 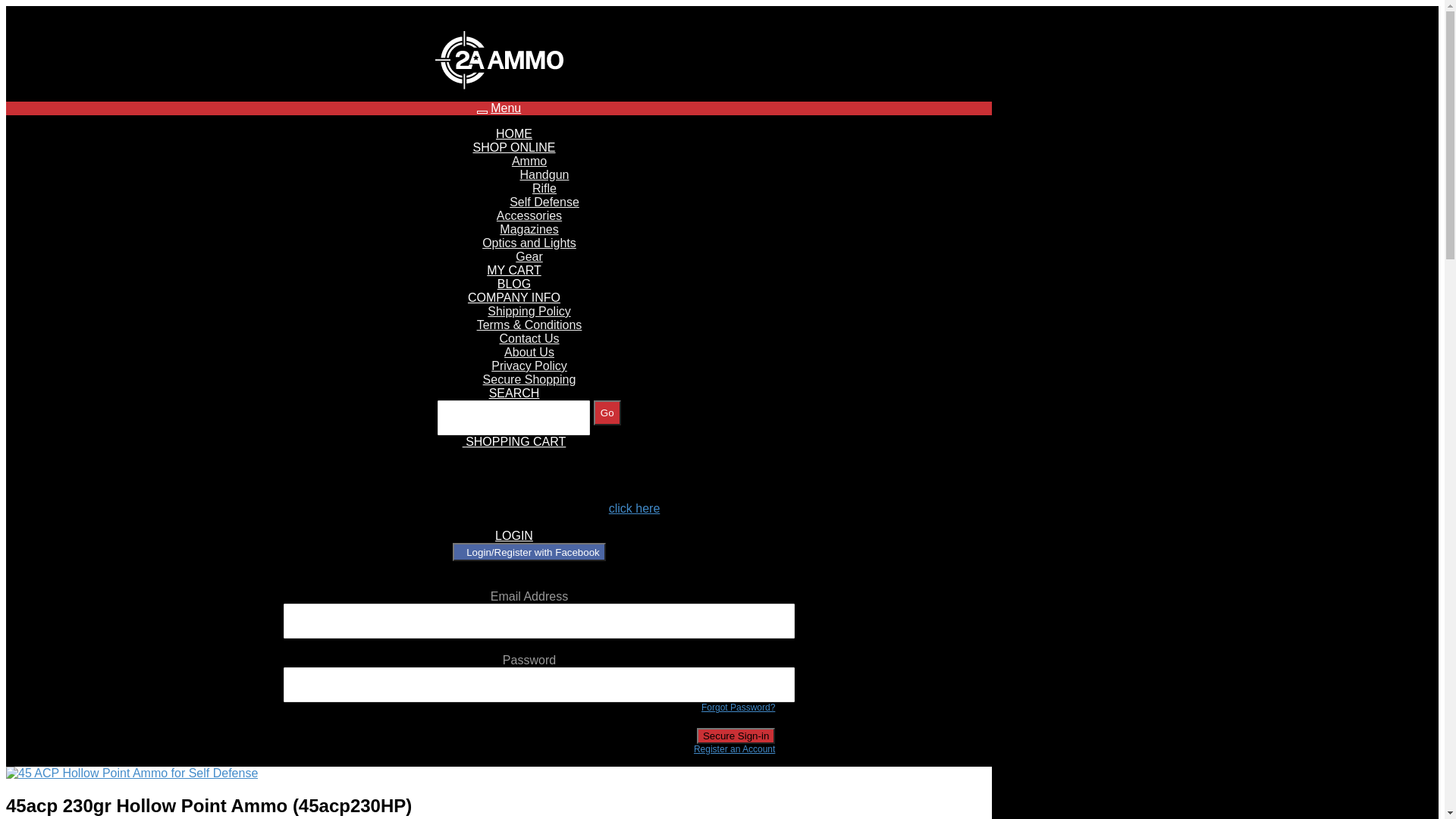 I want to click on 'Magazines', so click(x=499, y=229).